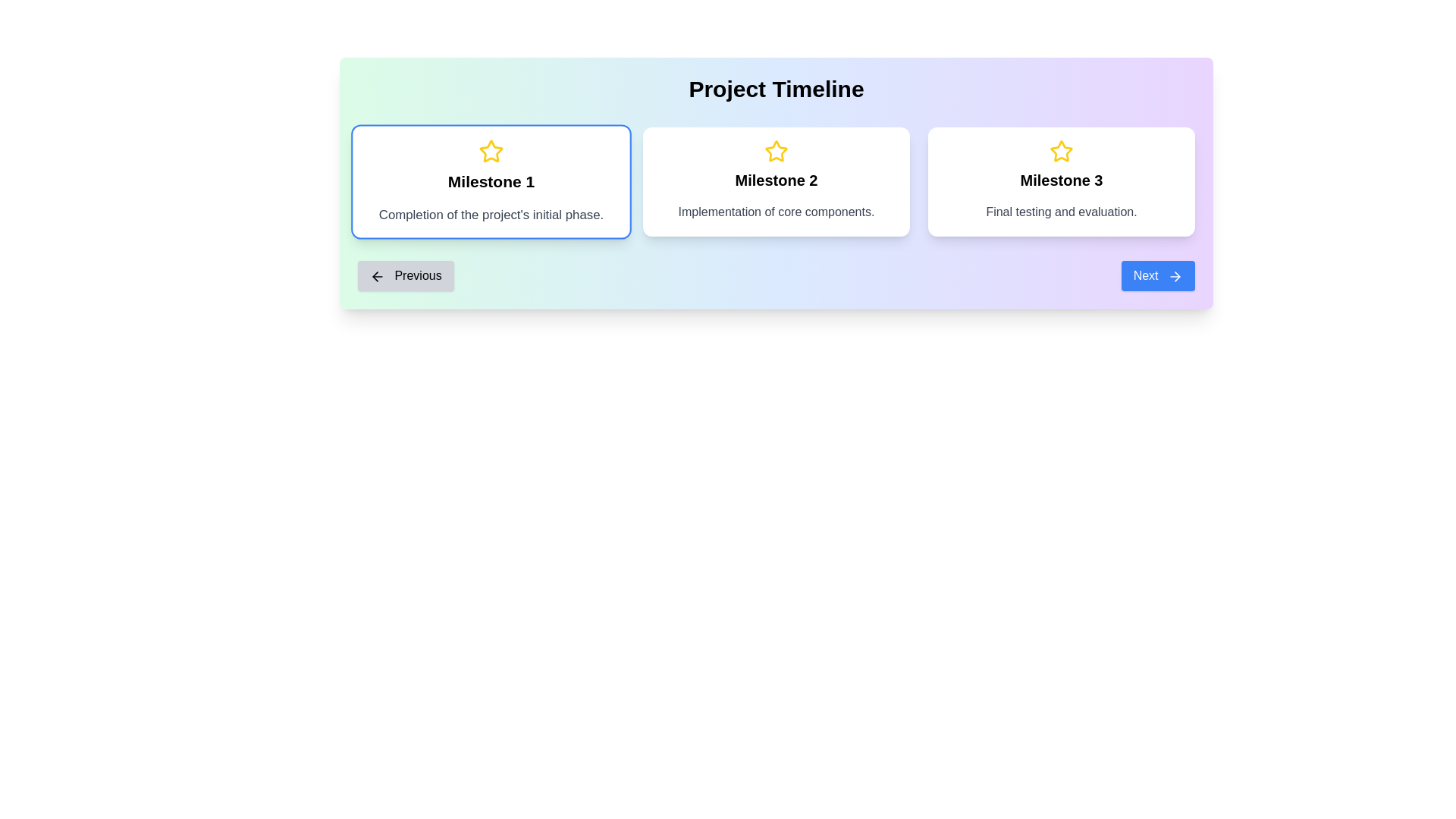 The width and height of the screenshot is (1456, 819). Describe the element at coordinates (1061, 152) in the screenshot. I see `the bright yellow star icon with a hollow center located at the top center of the 'Milestone 3' card for visual feedback` at that location.